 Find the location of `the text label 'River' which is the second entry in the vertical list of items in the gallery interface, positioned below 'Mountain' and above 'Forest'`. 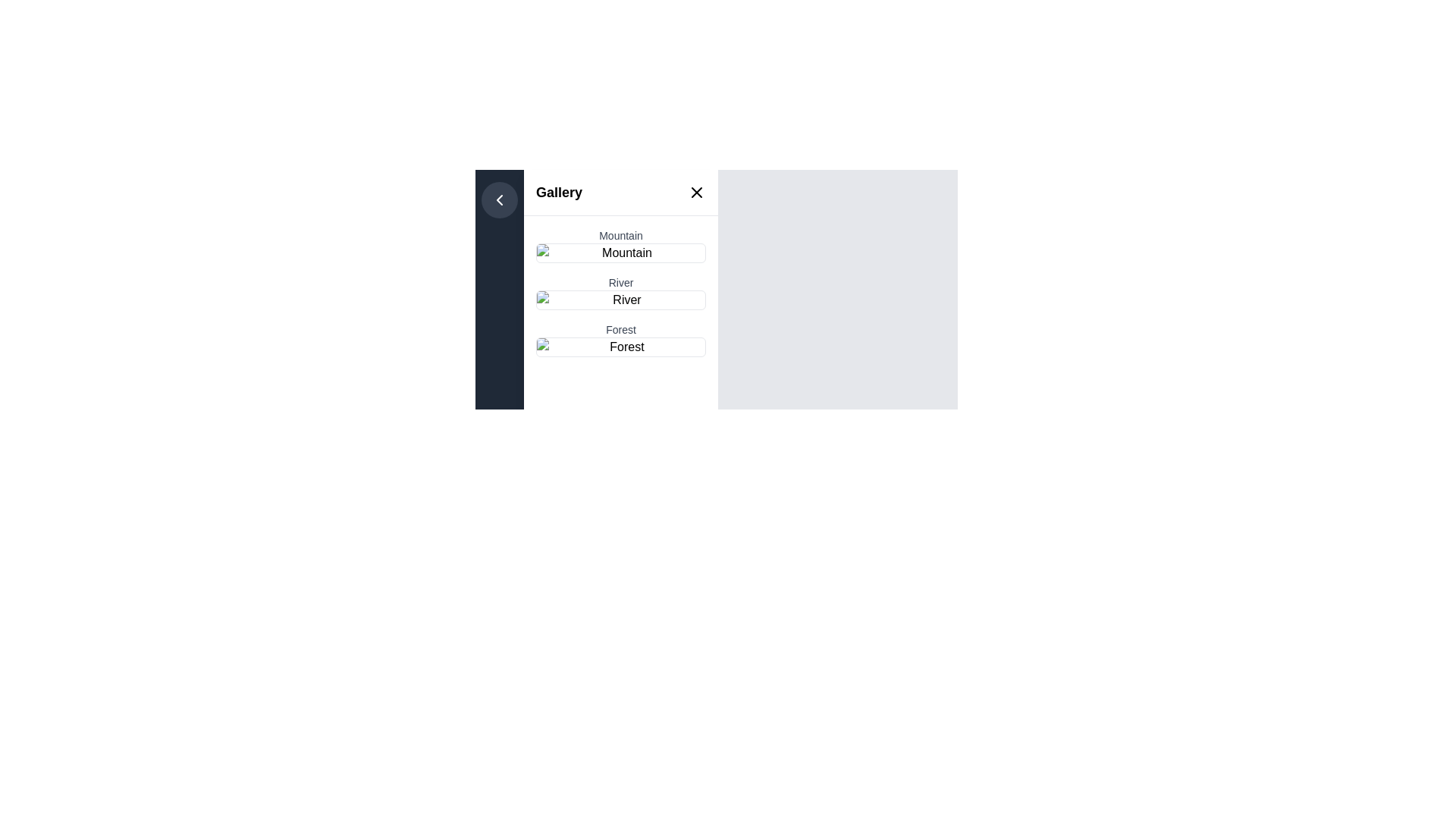

the text label 'River' which is the second entry in the vertical list of items in the gallery interface, positioned below 'Mountain' and above 'Forest' is located at coordinates (621, 283).